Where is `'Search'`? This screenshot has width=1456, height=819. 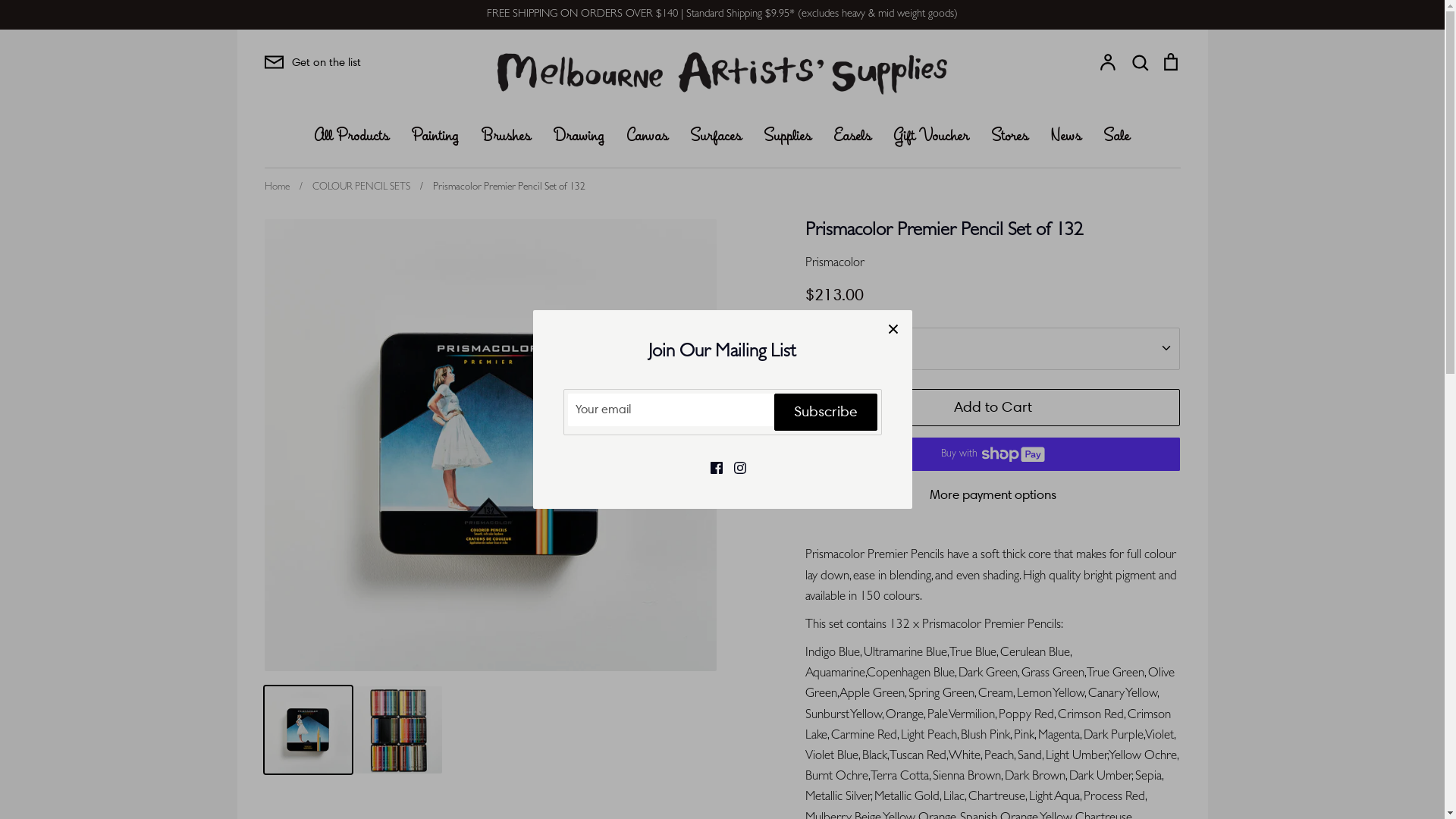 'Search' is located at coordinates (1129, 61).